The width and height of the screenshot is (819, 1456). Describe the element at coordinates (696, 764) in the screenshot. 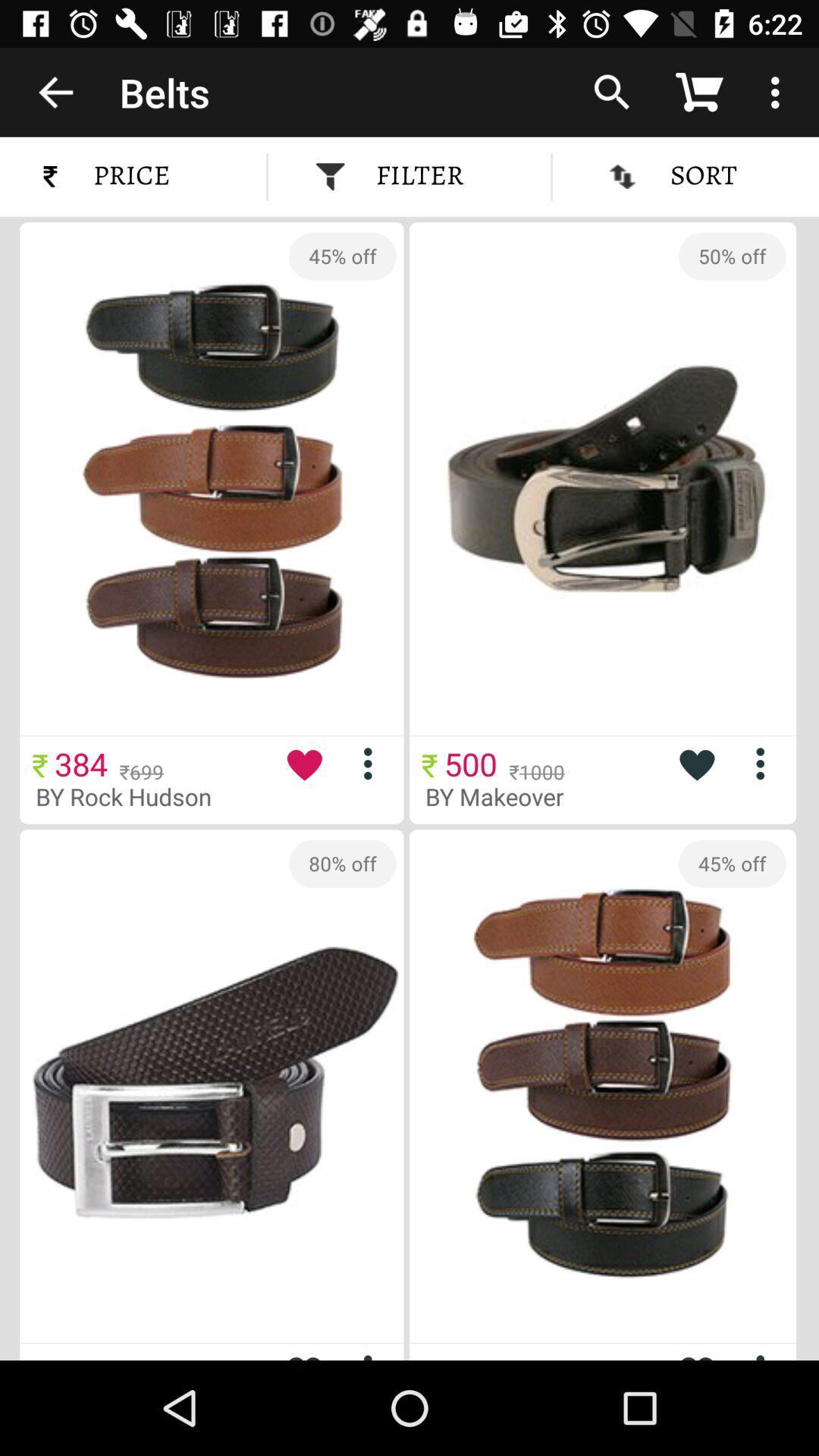

I see `like object` at that location.